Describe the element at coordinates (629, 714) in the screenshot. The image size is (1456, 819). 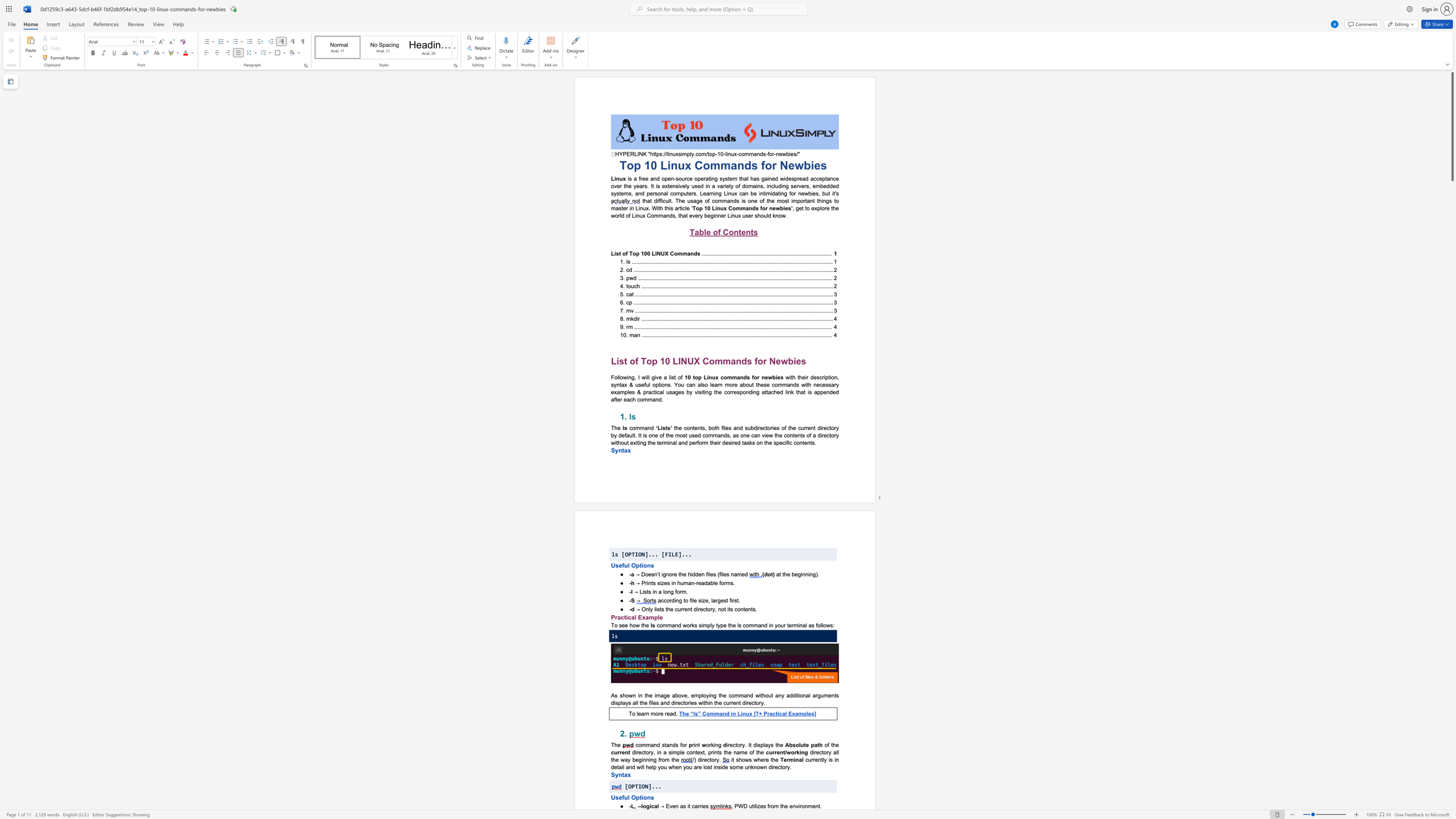
I see `the subset text "To learn more read" within the text "To learn more read,"` at that location.